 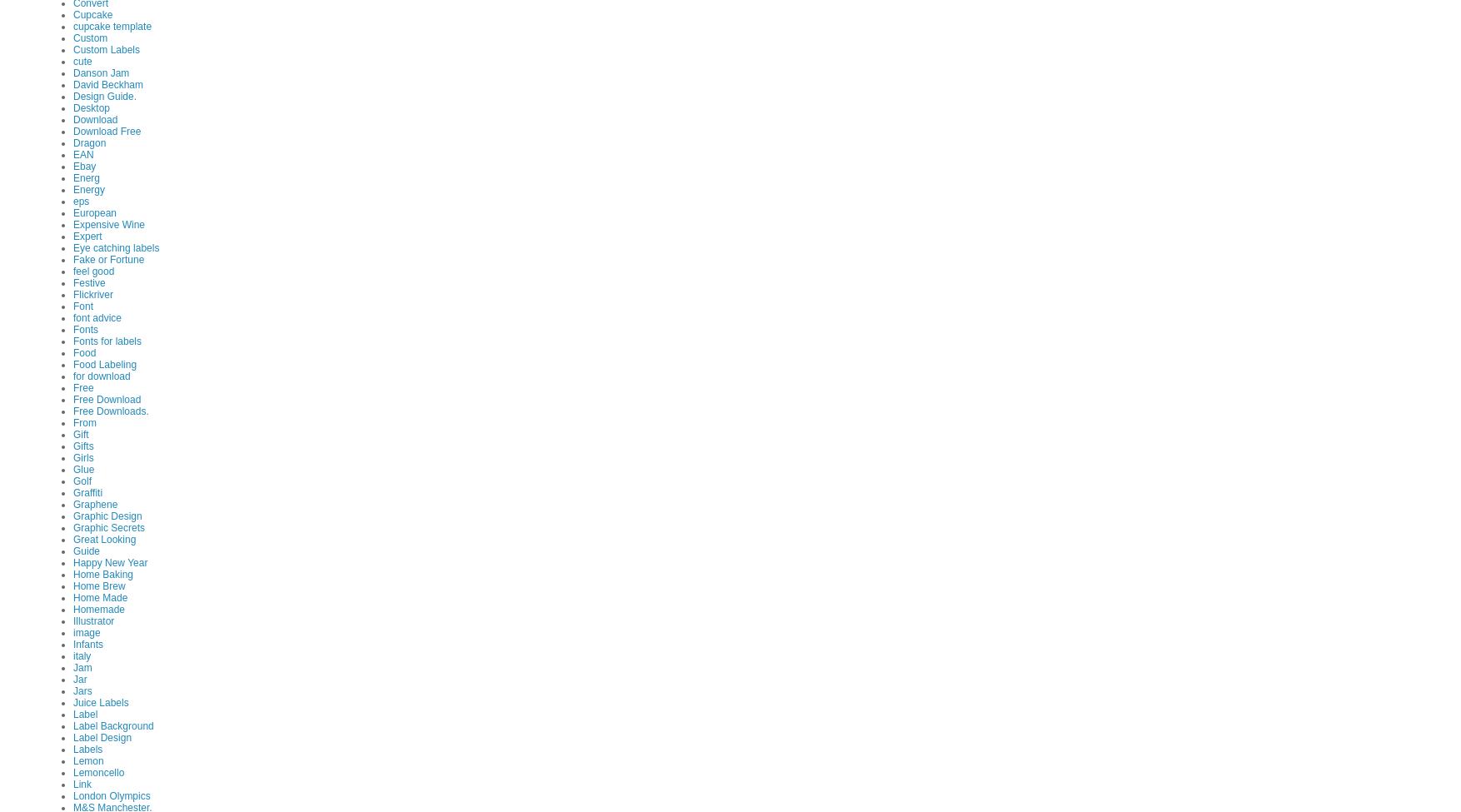 I want to click on 'Jam', so click(x=81, y=666).